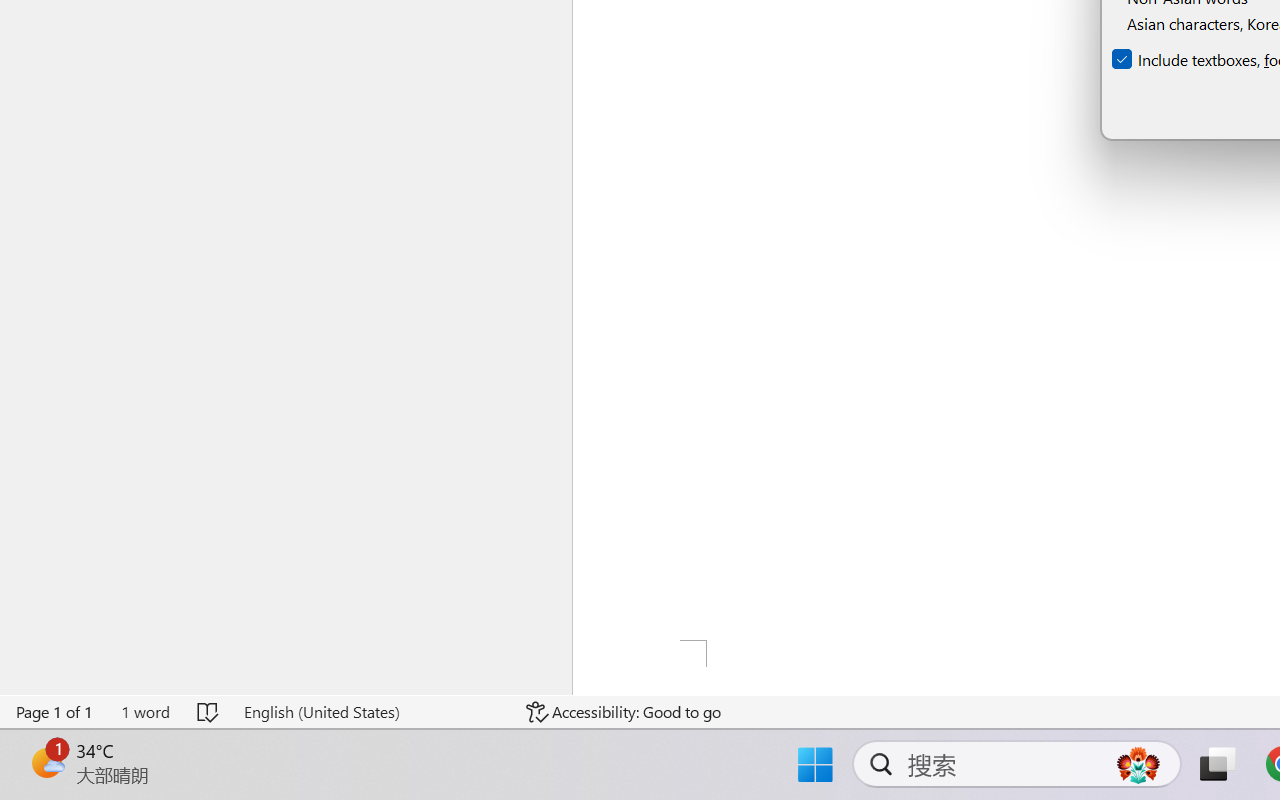 The image size is (1280, 800). Describe the element at coordinates (371, 711) in the screenshot. I see `'Language English (United States)'` at that location.